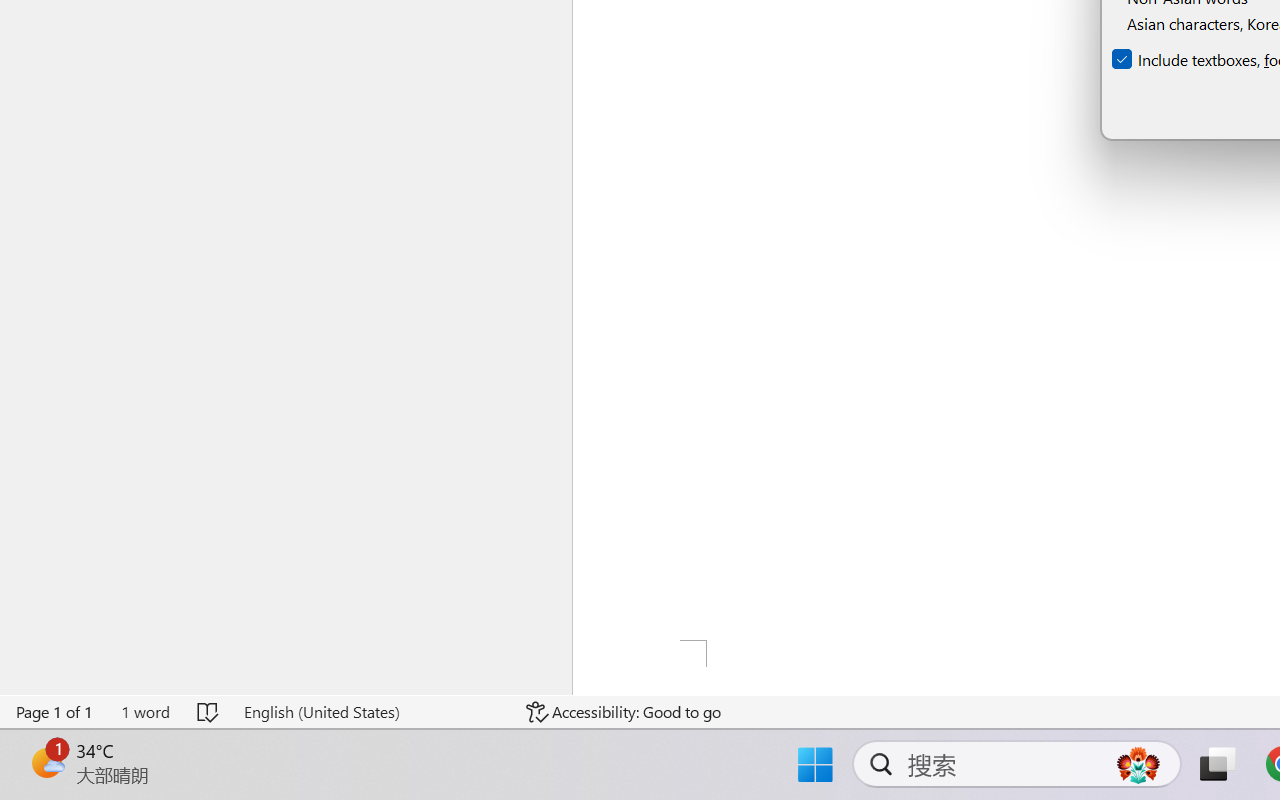 The image size is (1280, 800). Describe the element at coordinates (371, 711) in the screenshot. I see `'Language English (United States)'` at that location.